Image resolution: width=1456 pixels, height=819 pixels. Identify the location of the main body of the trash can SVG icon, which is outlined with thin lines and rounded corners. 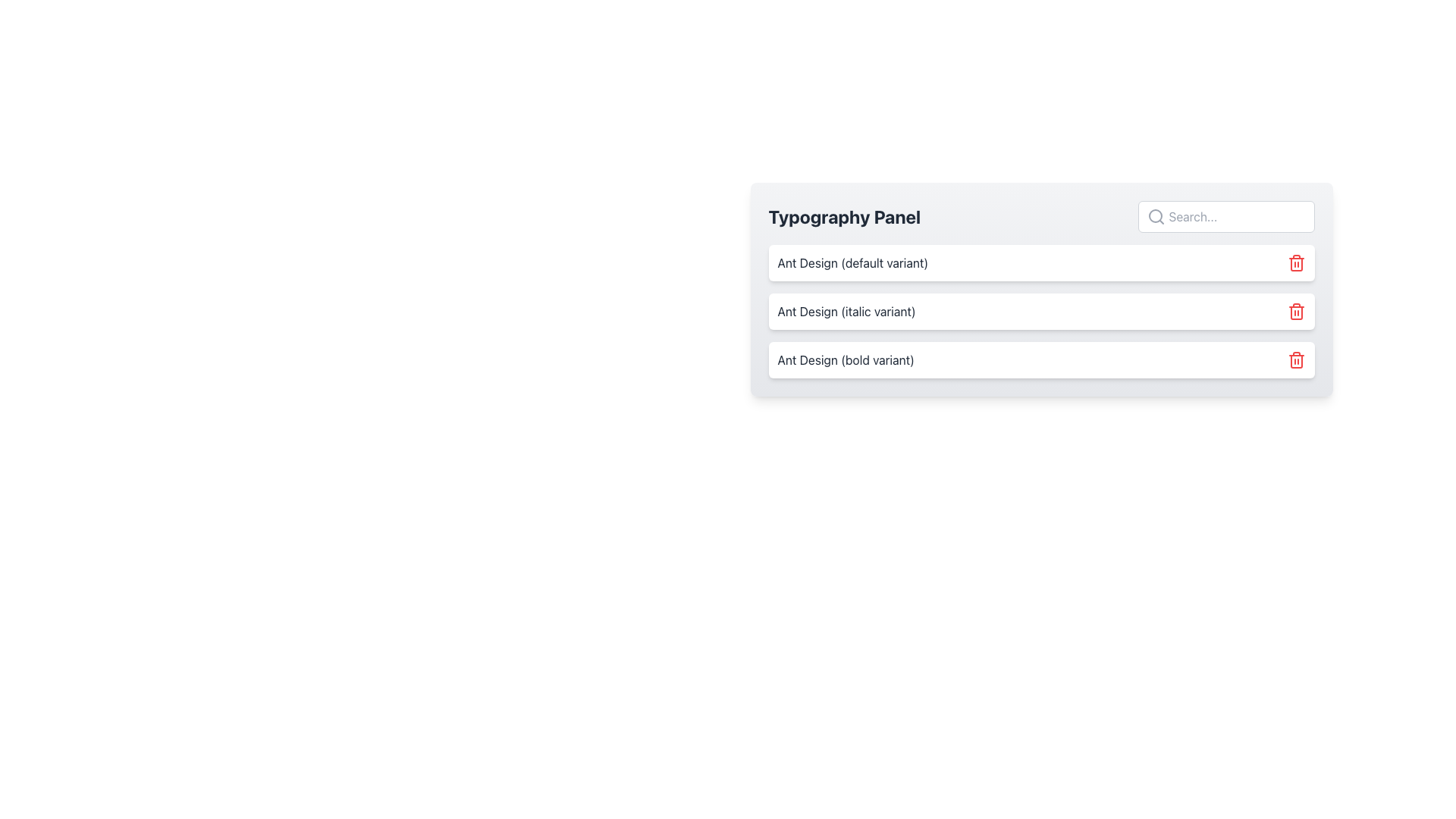
(1295, 312).